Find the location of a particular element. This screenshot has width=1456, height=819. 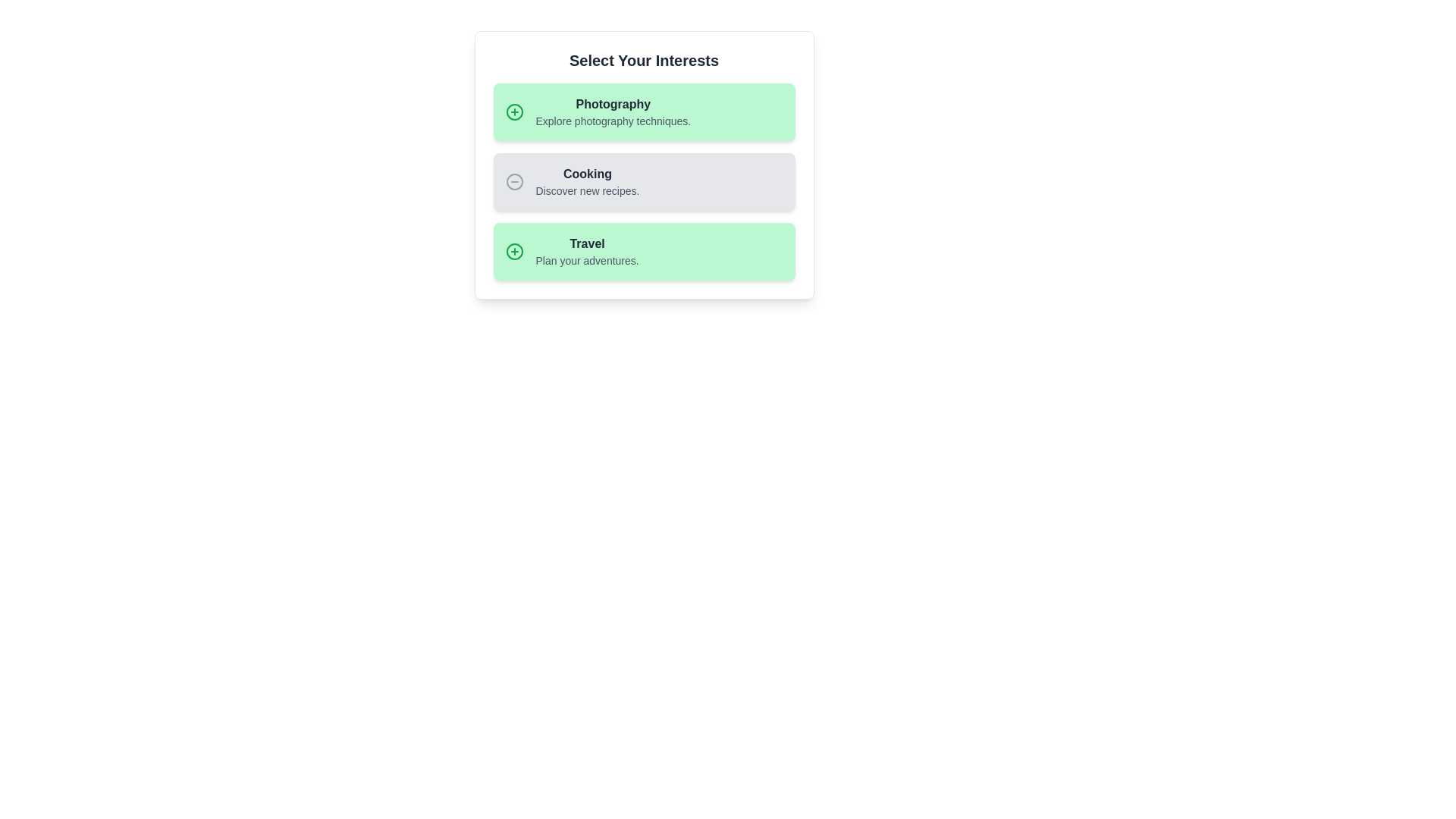

the interest Travel is located at coordinates (644, 250).